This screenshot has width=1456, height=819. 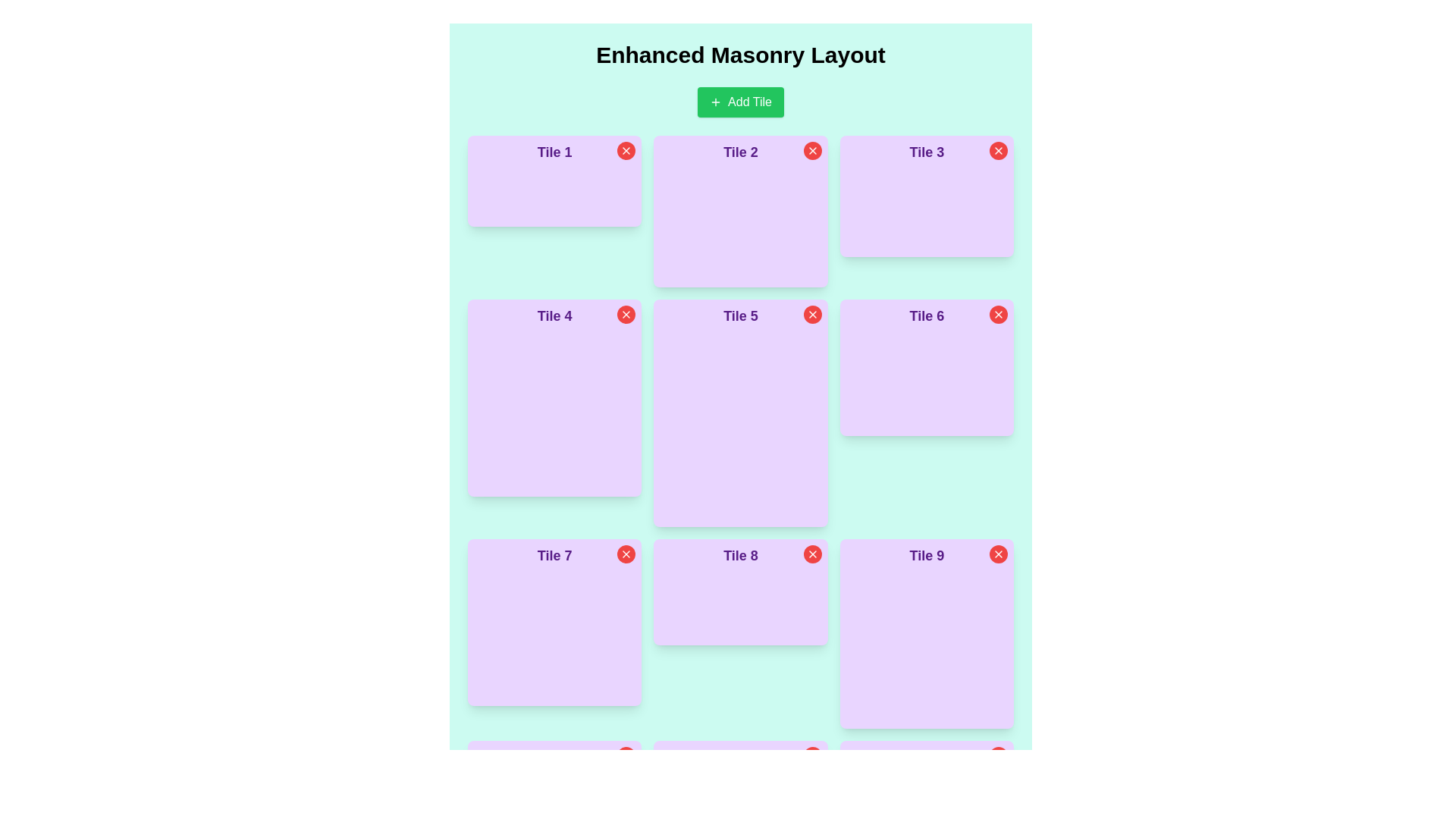 I want to click on the circular red button with a white 'X' icon in the top-right corner of 'Tile 1', so click(x=626, y=151).